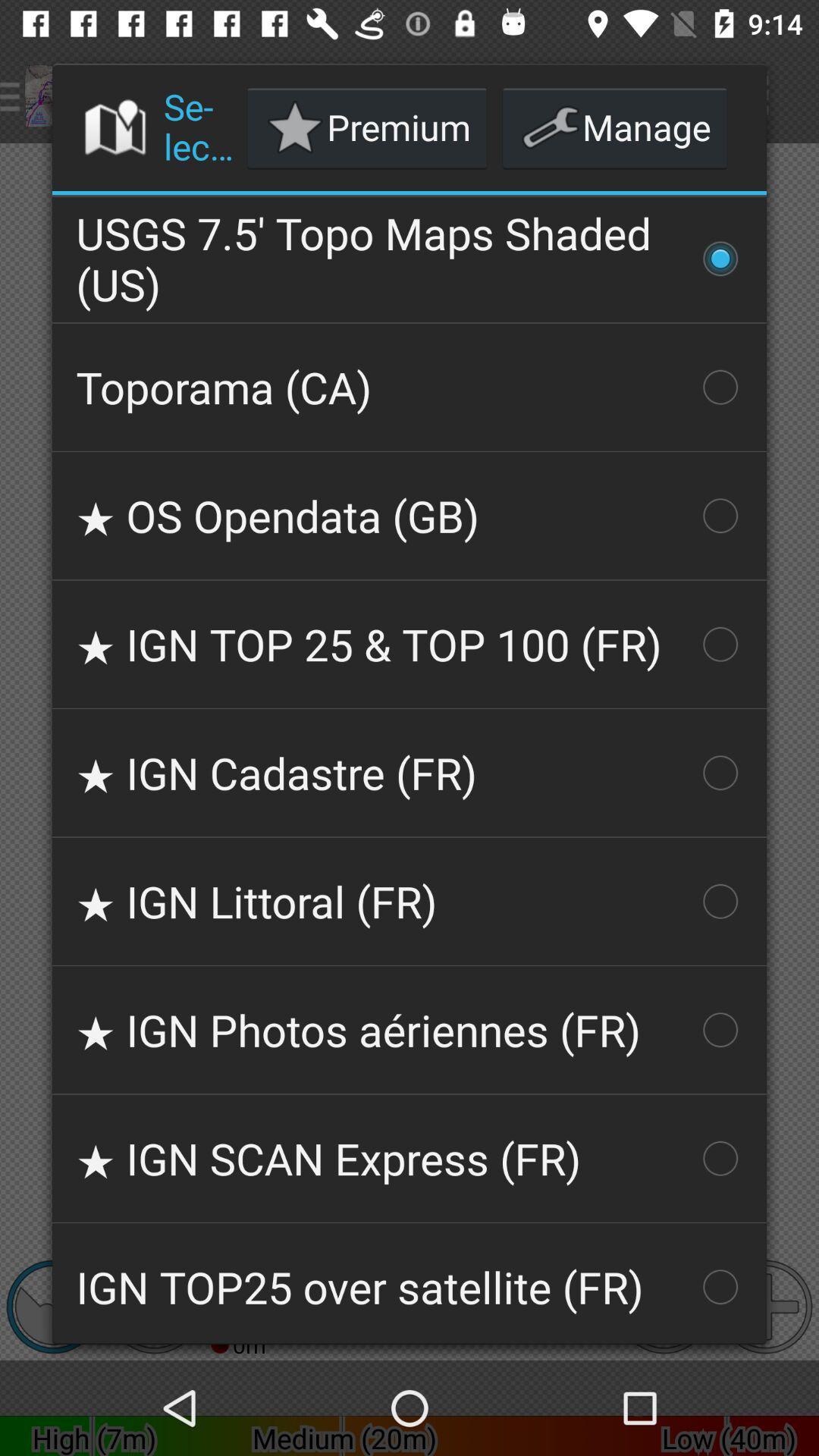  Describe the element at coordinates (367, 127) in the screenshot. I see `icon next to the select a map` at that location.